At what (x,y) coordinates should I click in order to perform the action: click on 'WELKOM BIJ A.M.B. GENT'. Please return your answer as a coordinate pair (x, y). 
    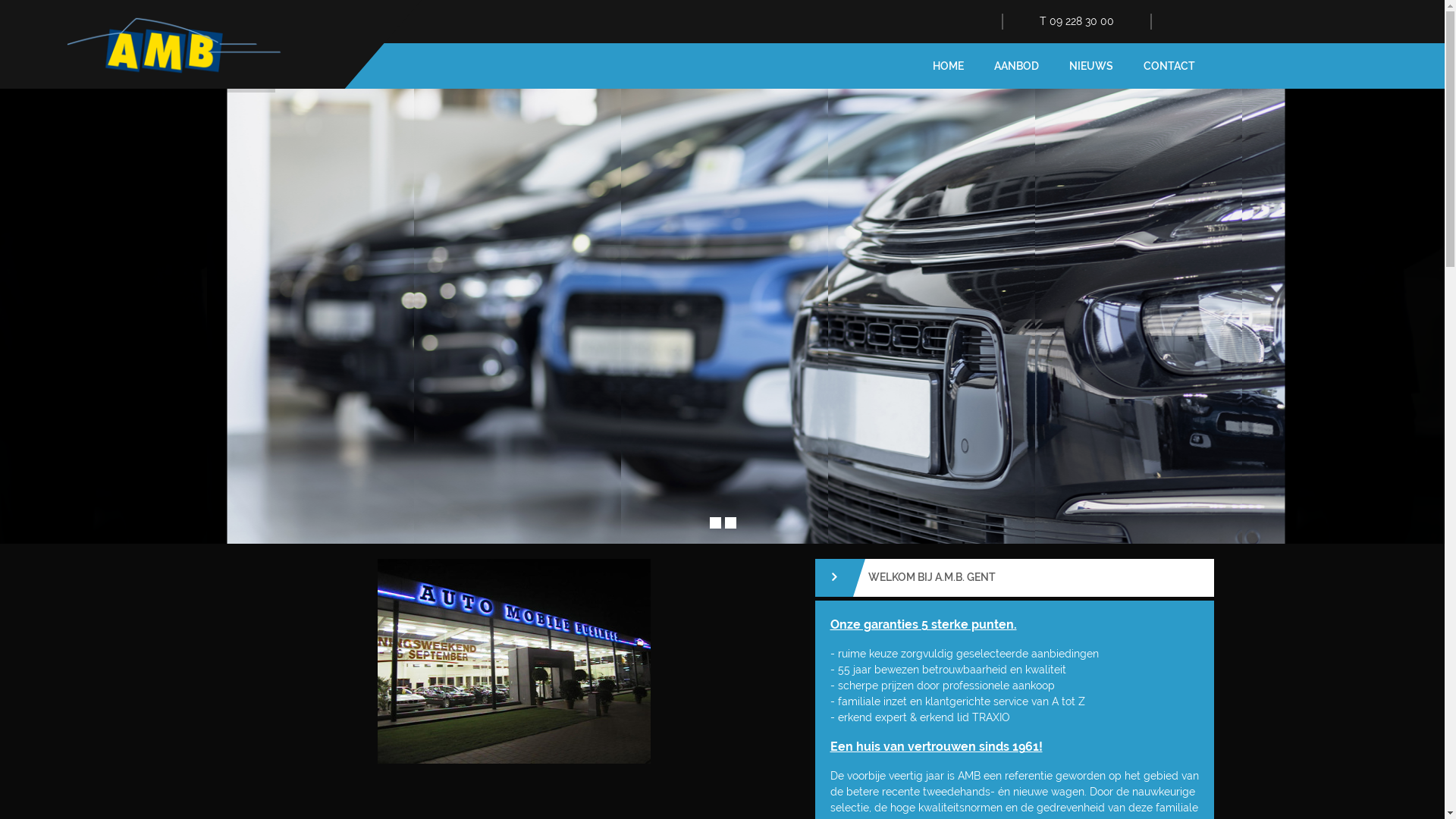
    Looking at the image, I should click on (1014, 578).